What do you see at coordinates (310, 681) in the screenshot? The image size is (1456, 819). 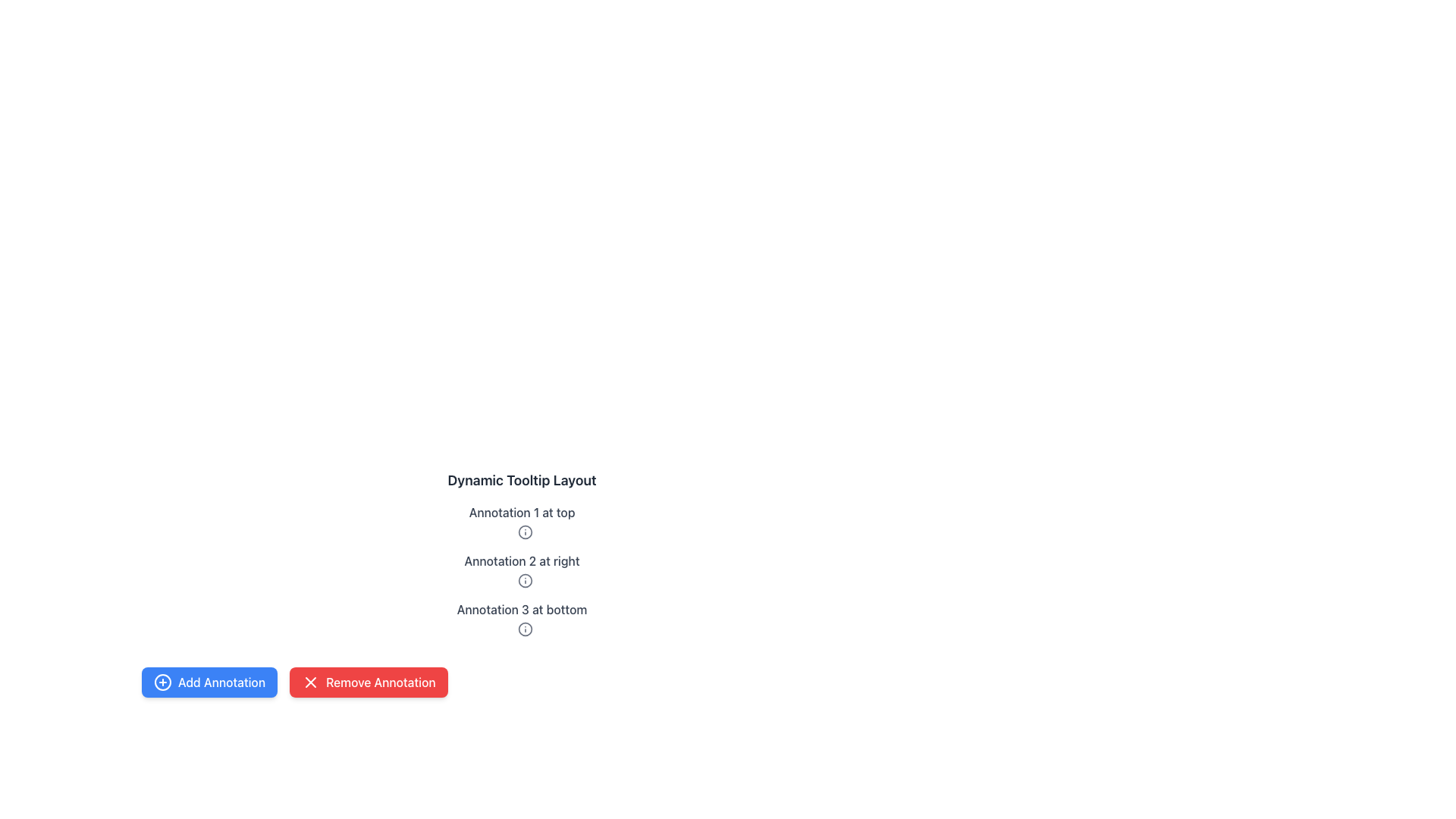 I see `the 'close' icon located within the 'Remove Annotation' button` at bounding box center [310, 681].